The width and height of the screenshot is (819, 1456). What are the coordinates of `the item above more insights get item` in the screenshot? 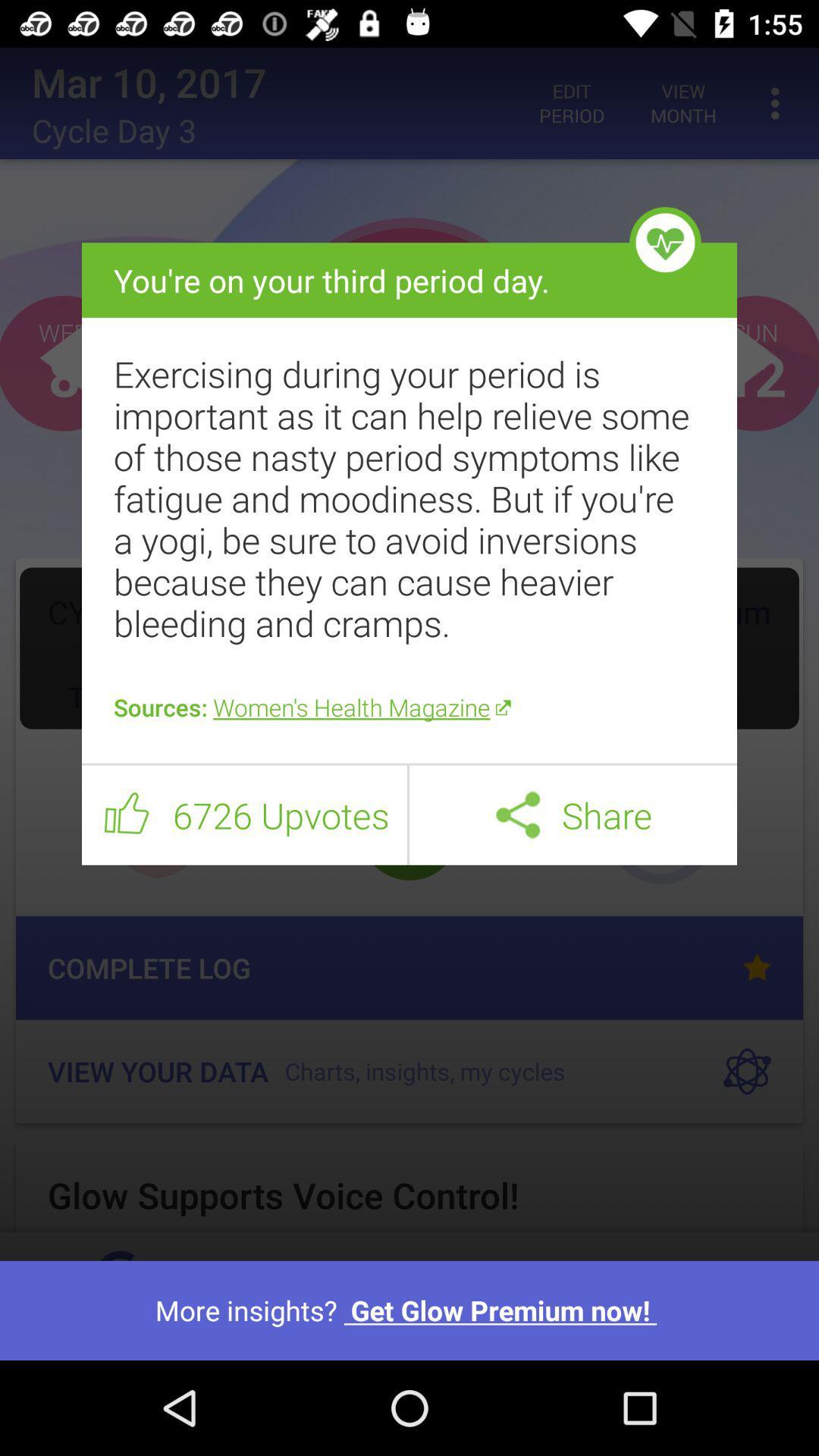 It's located at (409, 974).